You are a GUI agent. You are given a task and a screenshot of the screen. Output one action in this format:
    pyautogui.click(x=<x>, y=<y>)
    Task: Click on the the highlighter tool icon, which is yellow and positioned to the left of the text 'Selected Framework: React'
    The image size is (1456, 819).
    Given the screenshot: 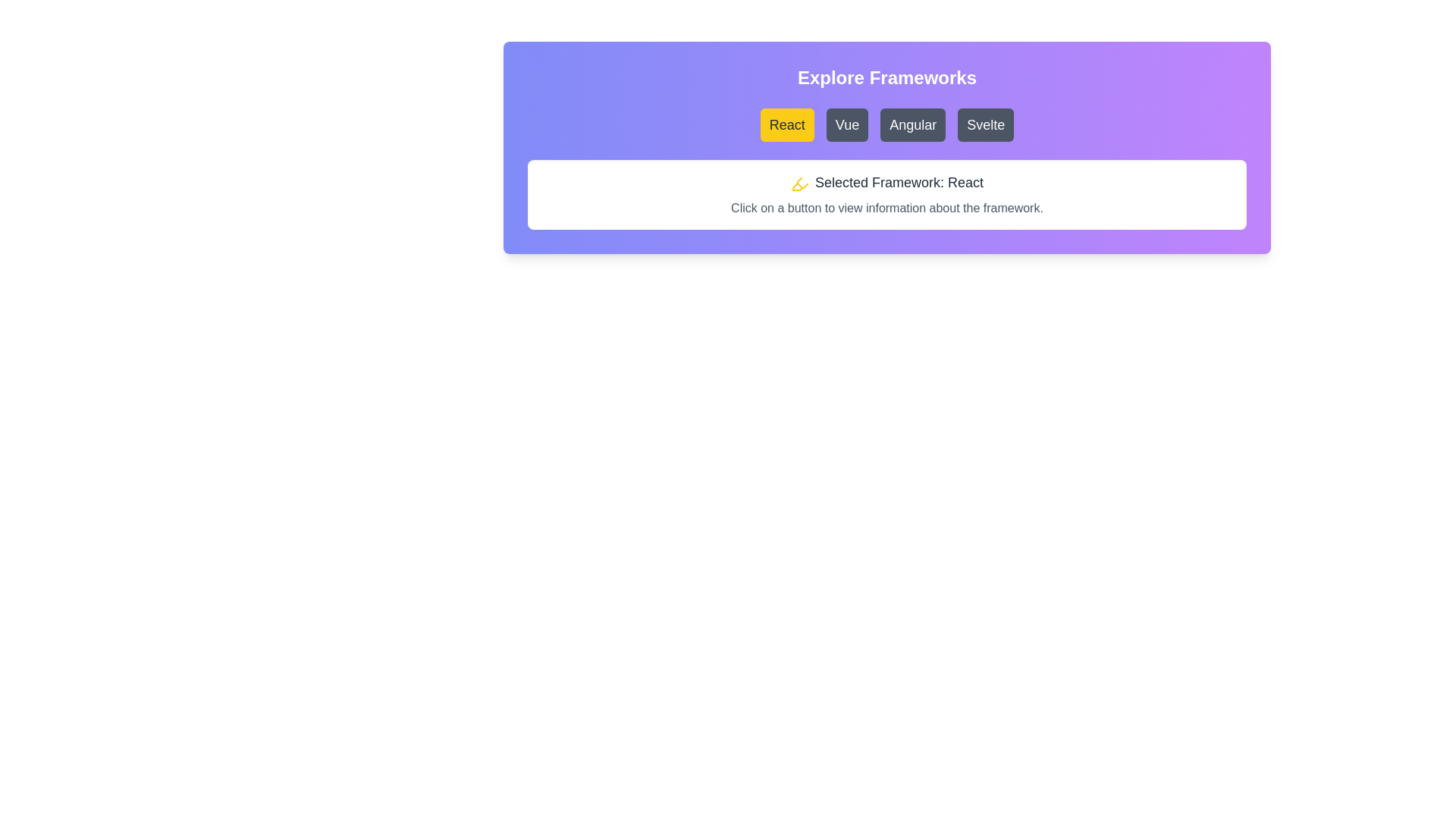 What is the action you would take?
    pyautogui.click(x=799, y=183)
    